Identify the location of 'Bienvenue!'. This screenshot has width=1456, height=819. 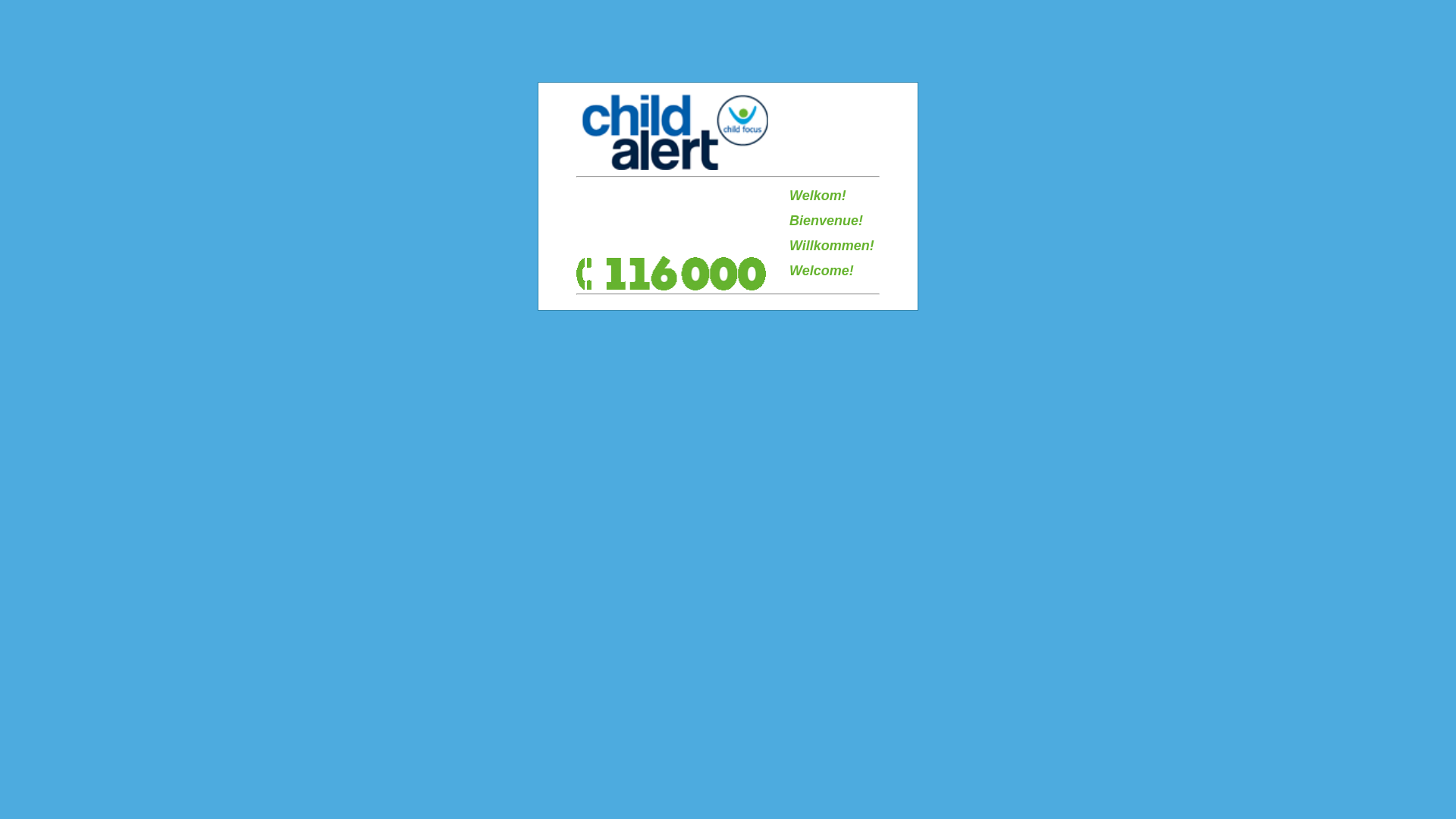
(825, 220).